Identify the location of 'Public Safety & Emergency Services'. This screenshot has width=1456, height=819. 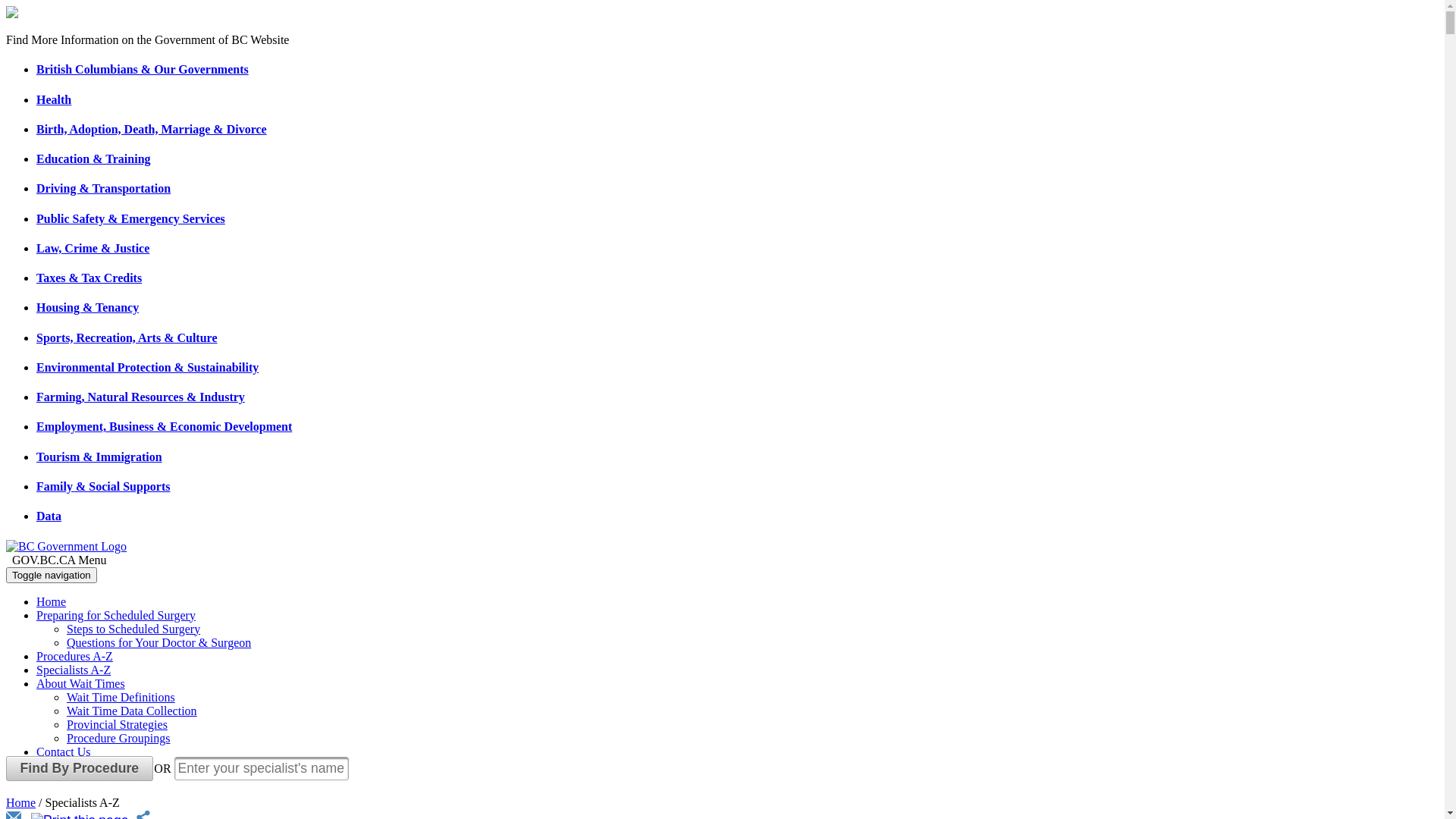
(36, 218).